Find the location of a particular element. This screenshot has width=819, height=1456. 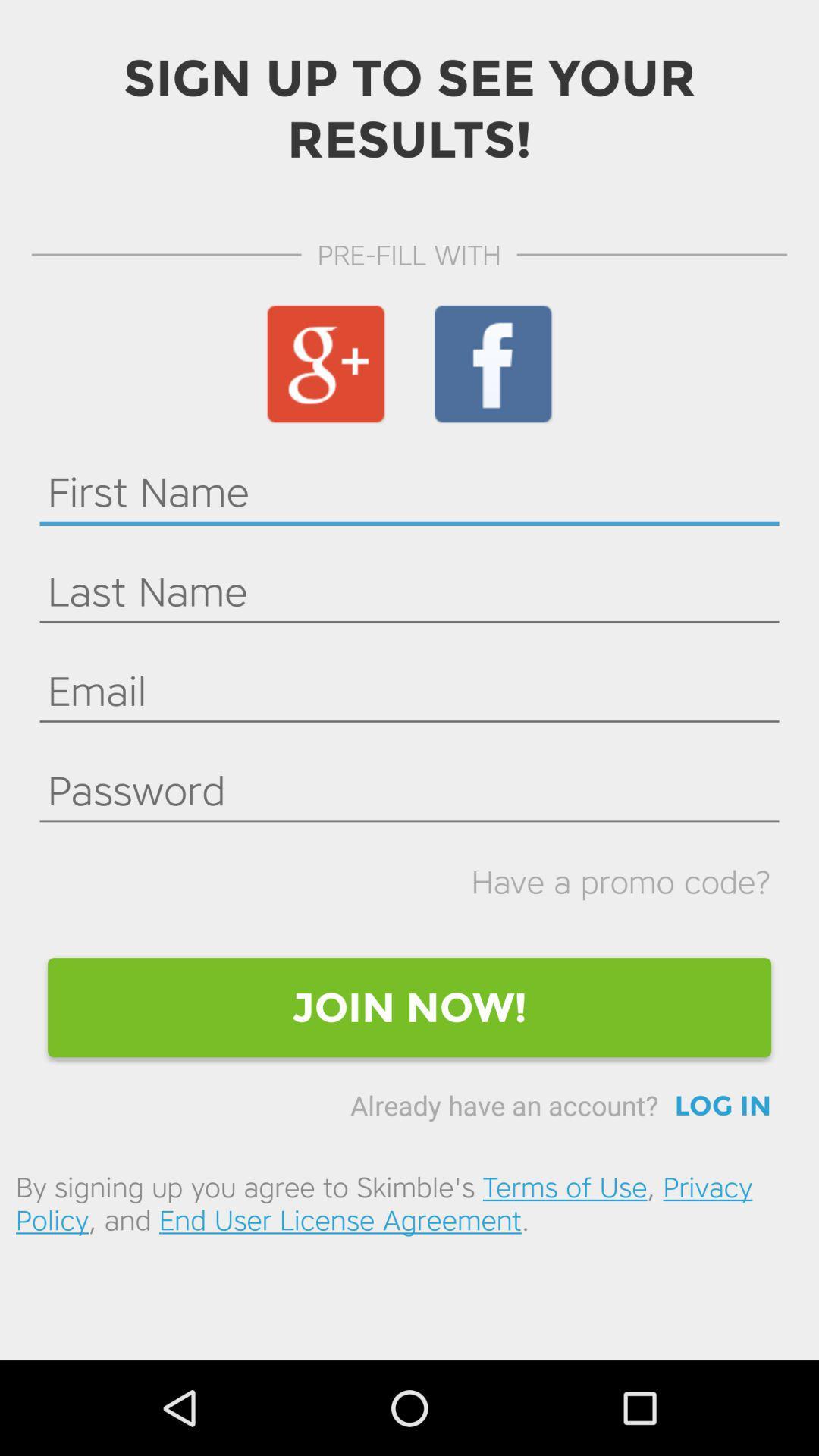

the icon above by signing up icon is located at coordinates (722, 1106).